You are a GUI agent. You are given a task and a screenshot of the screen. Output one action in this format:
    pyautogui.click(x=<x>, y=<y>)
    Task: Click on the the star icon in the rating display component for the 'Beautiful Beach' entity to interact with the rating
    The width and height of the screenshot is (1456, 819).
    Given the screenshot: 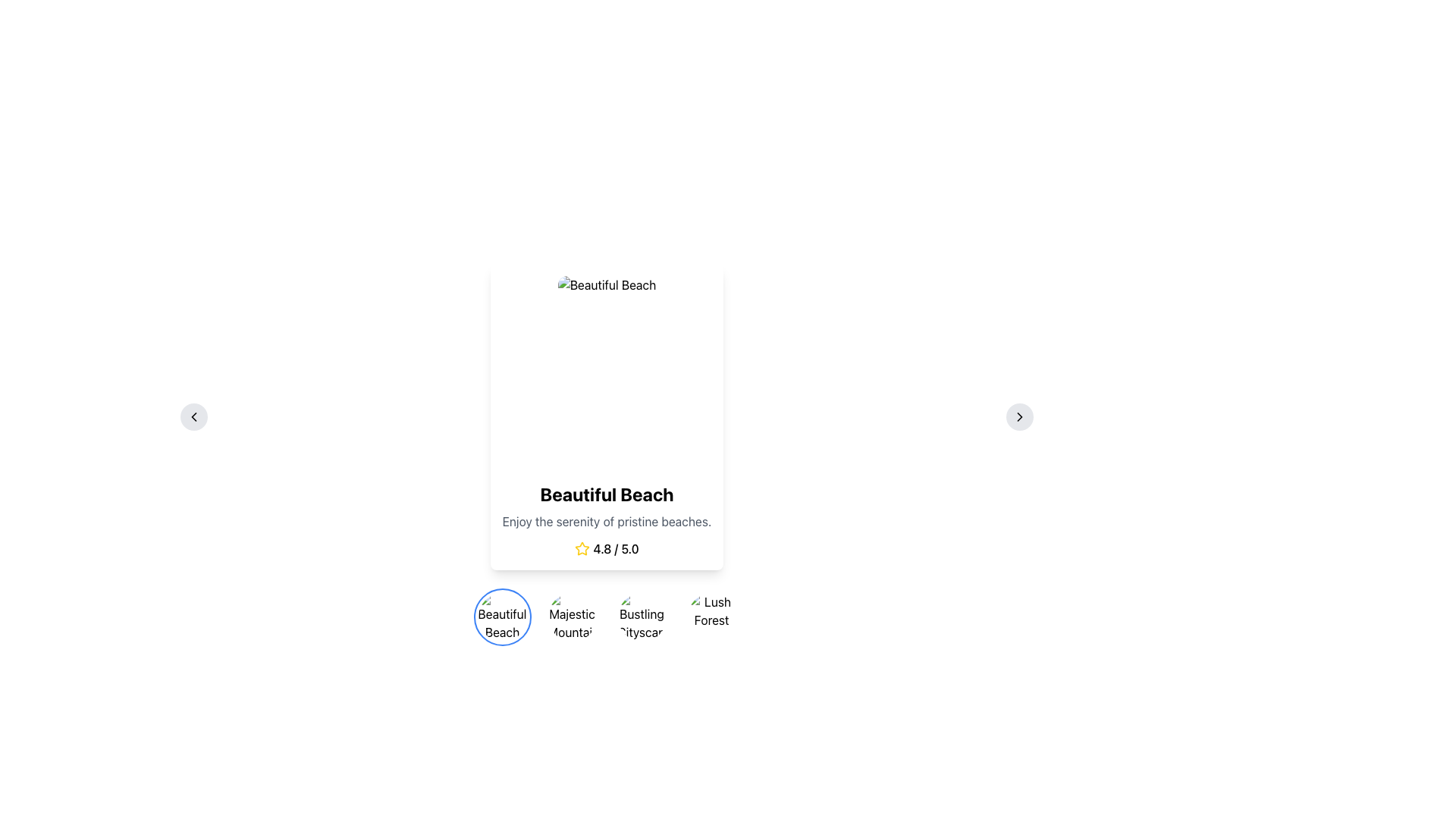 What is the action you would take?
    pyautogui.click(x=607, y=549)
    